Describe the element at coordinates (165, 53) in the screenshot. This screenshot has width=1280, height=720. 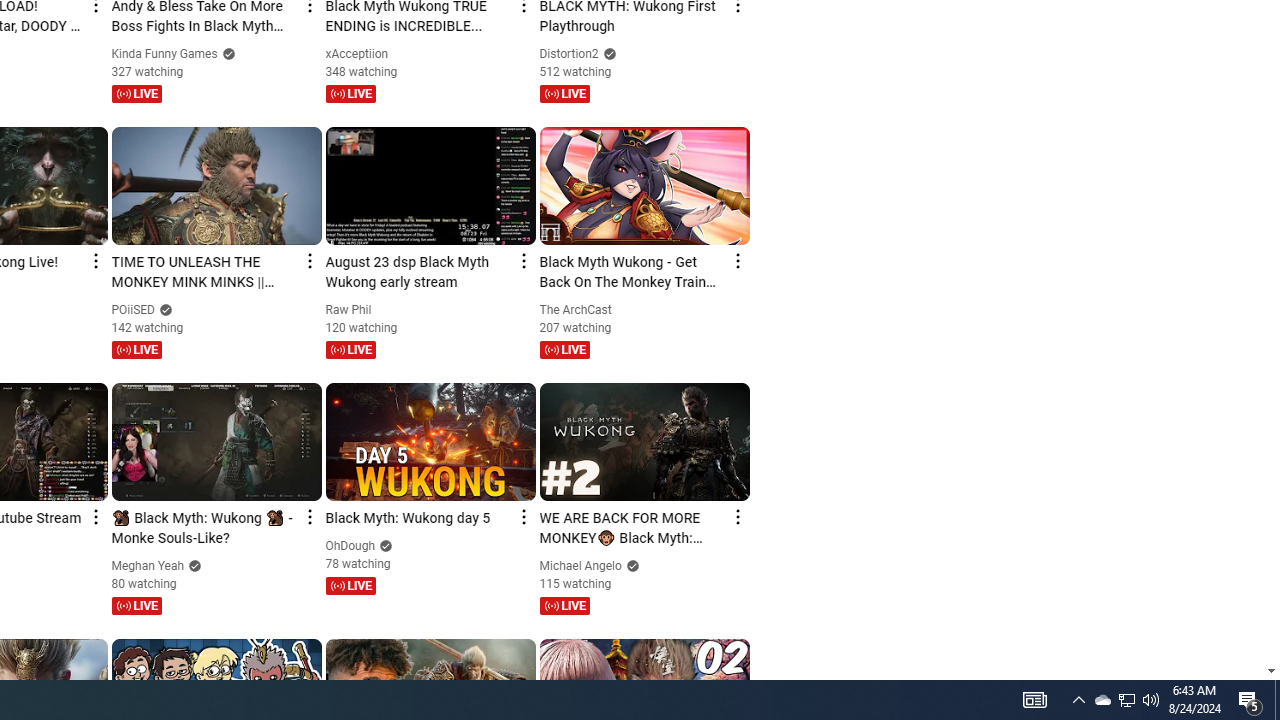
I see `'Kinda Funny Games'` at that location.